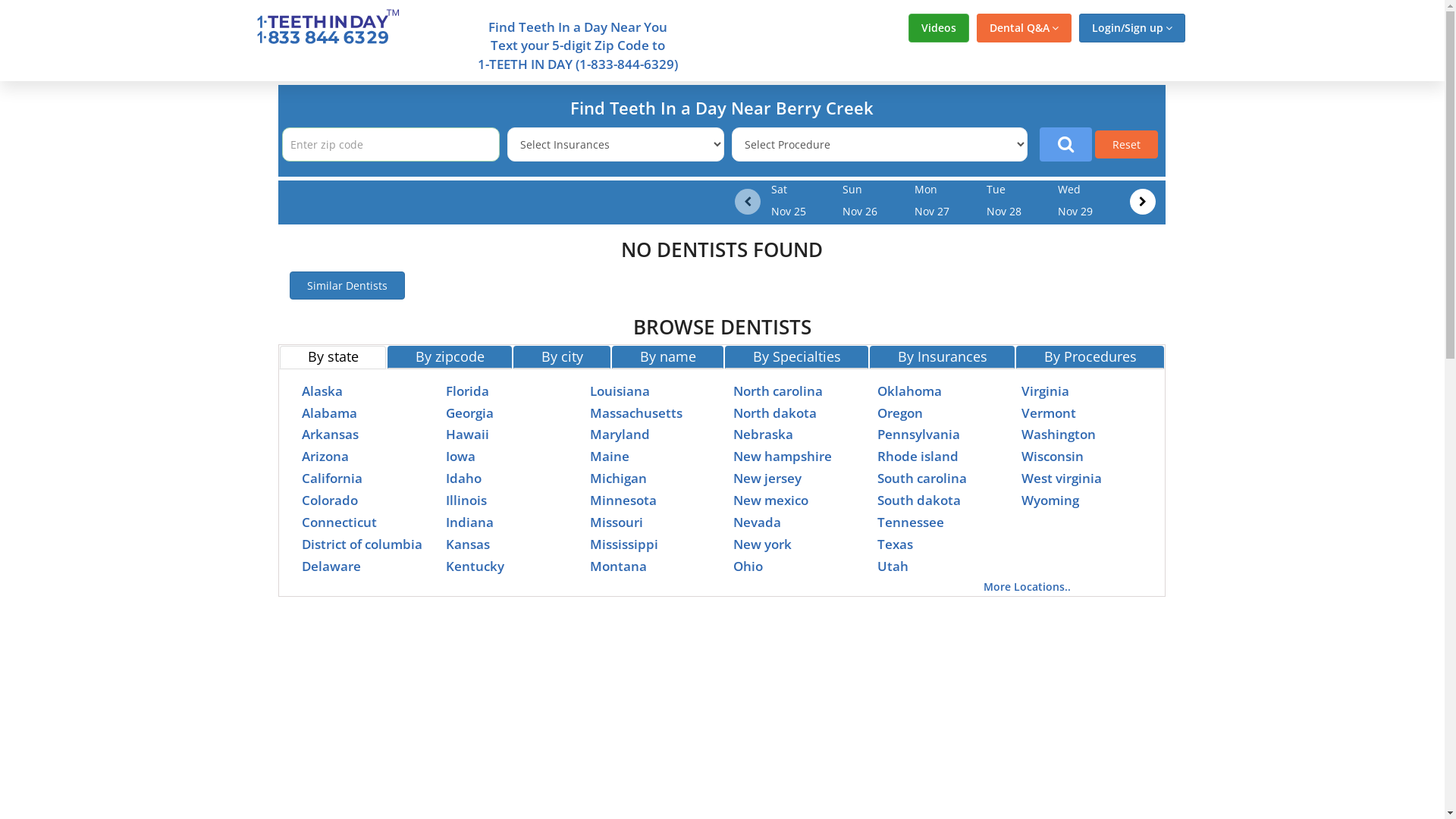 The width and height of the screenshot is (1456, 819). Describe the element at coordinates (938, 28) in the screenshot. I see `'Videos'` at that location.